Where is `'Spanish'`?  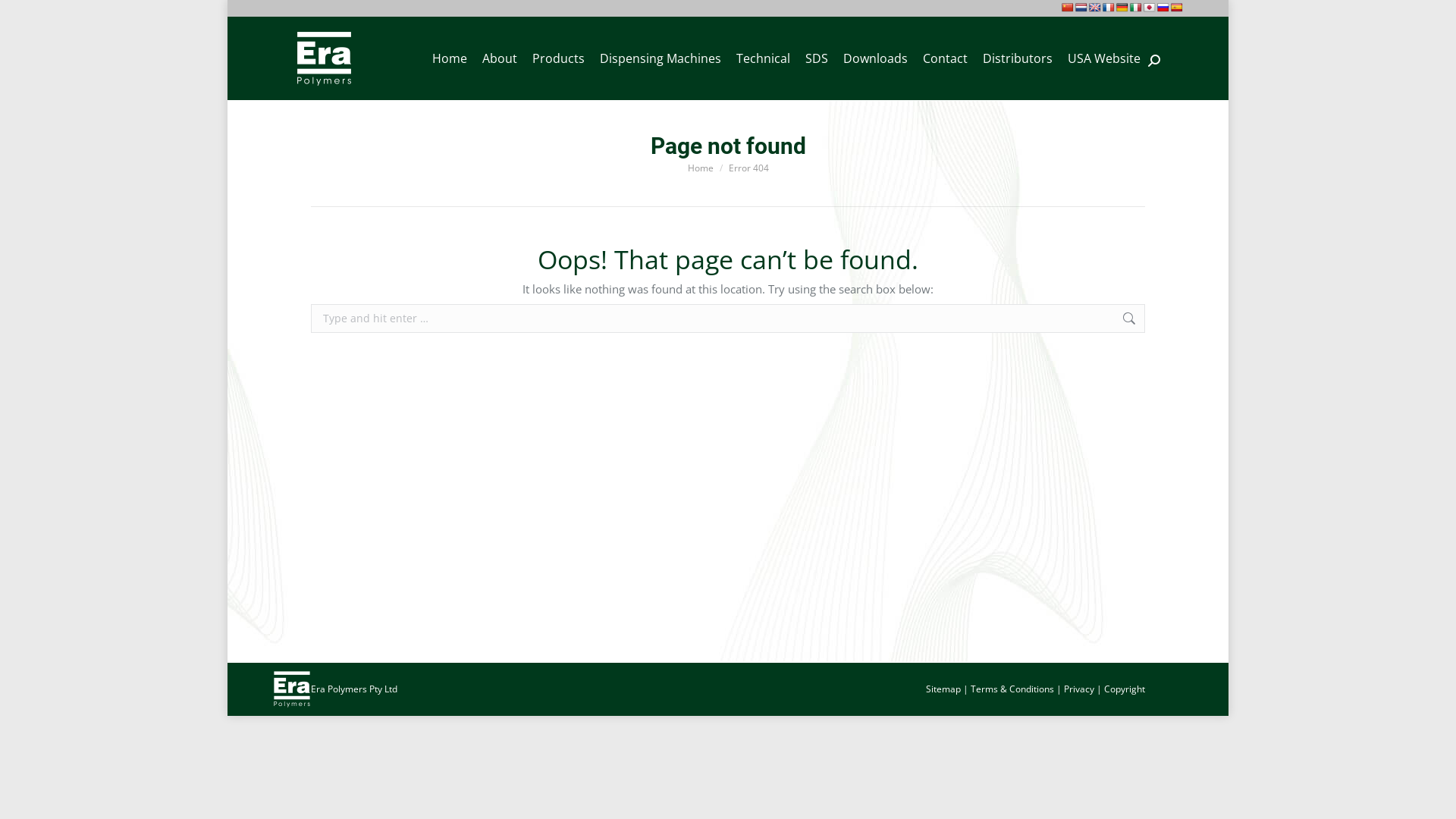
'Spanish' is located at coordinates (1175, 8).